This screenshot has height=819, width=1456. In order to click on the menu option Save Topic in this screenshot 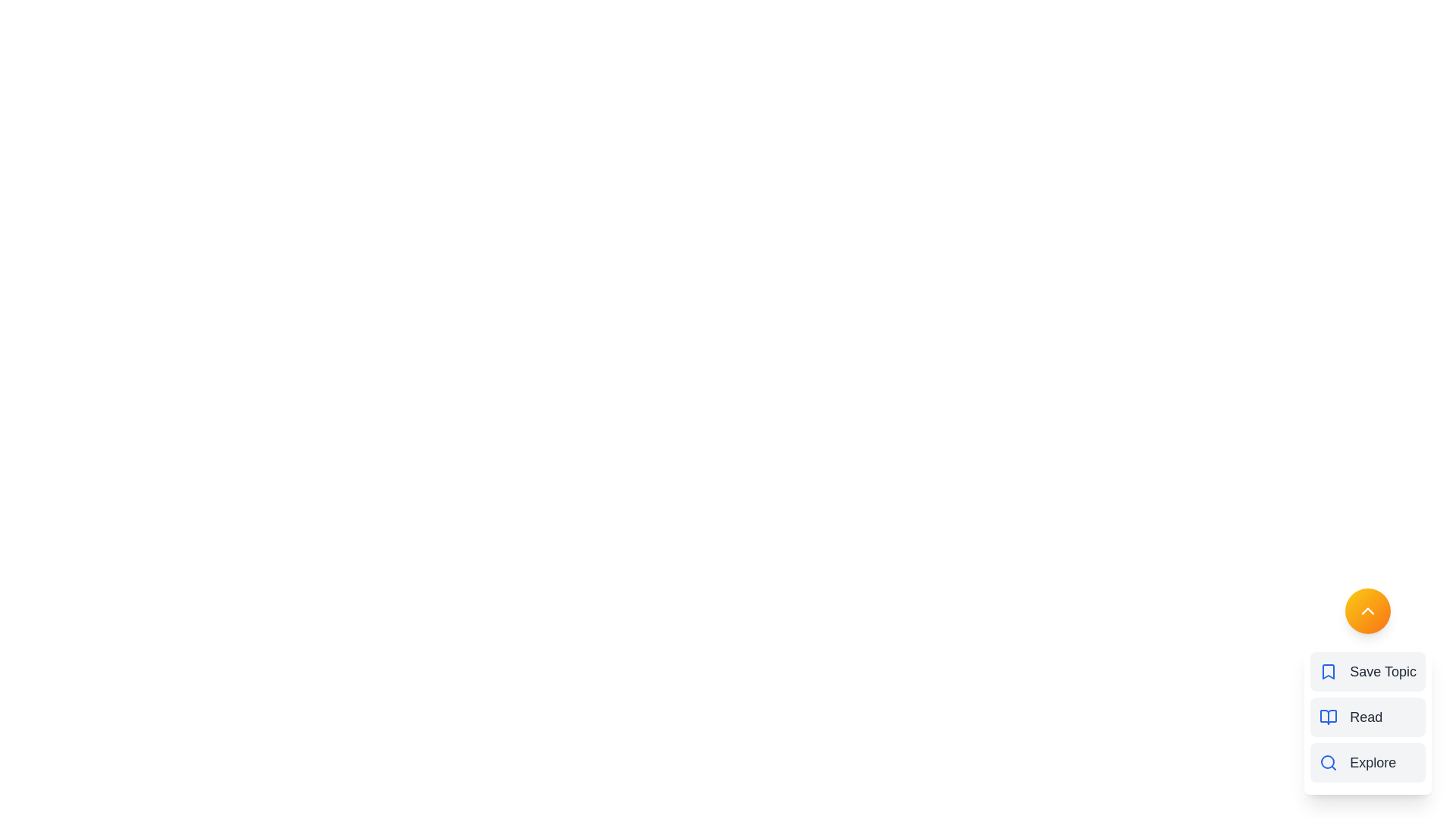, I will do `click(1368, 671)`.